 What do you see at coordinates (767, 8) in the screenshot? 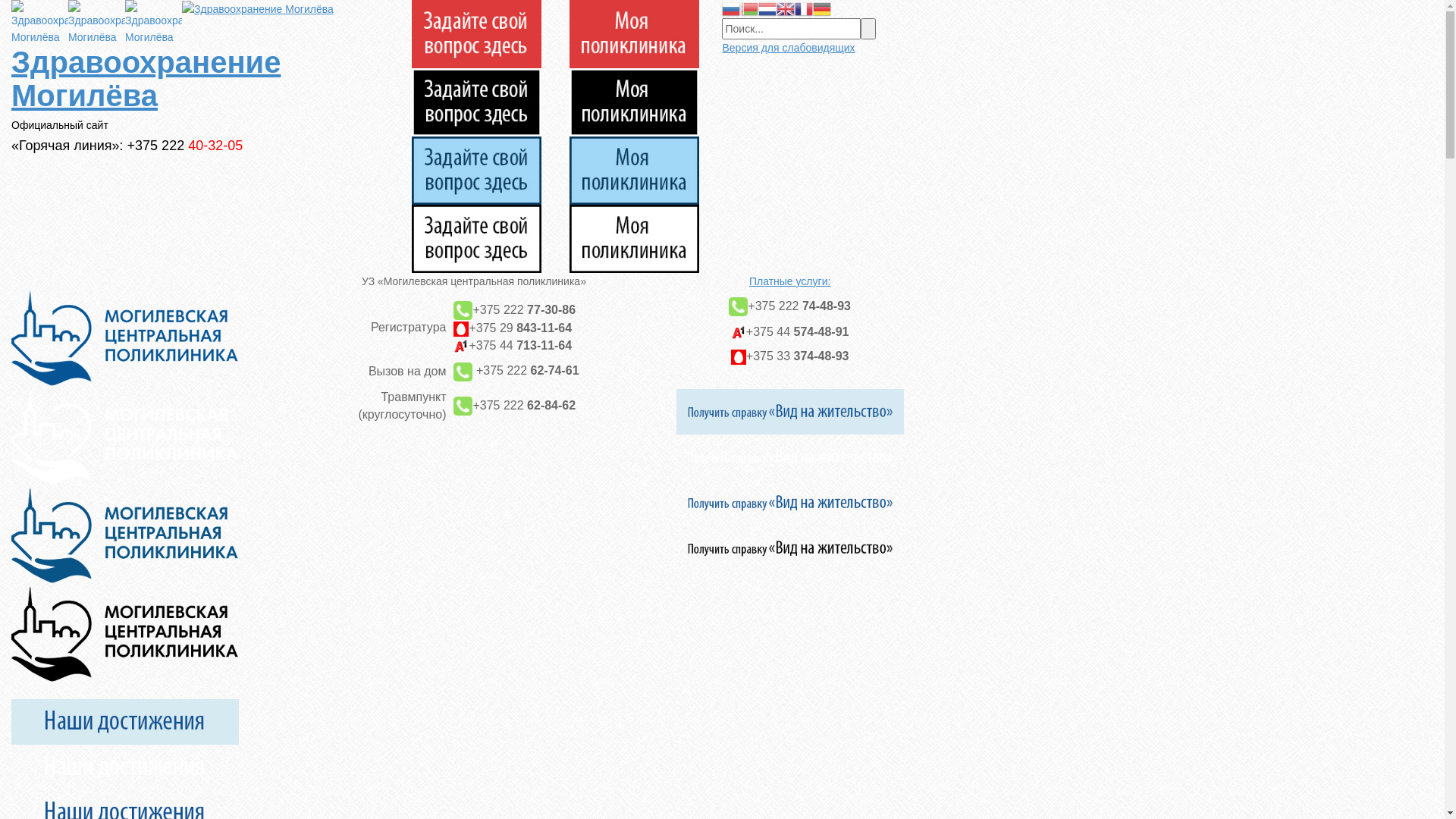
I see `'Dutch'` at bounding box center [767, 8].